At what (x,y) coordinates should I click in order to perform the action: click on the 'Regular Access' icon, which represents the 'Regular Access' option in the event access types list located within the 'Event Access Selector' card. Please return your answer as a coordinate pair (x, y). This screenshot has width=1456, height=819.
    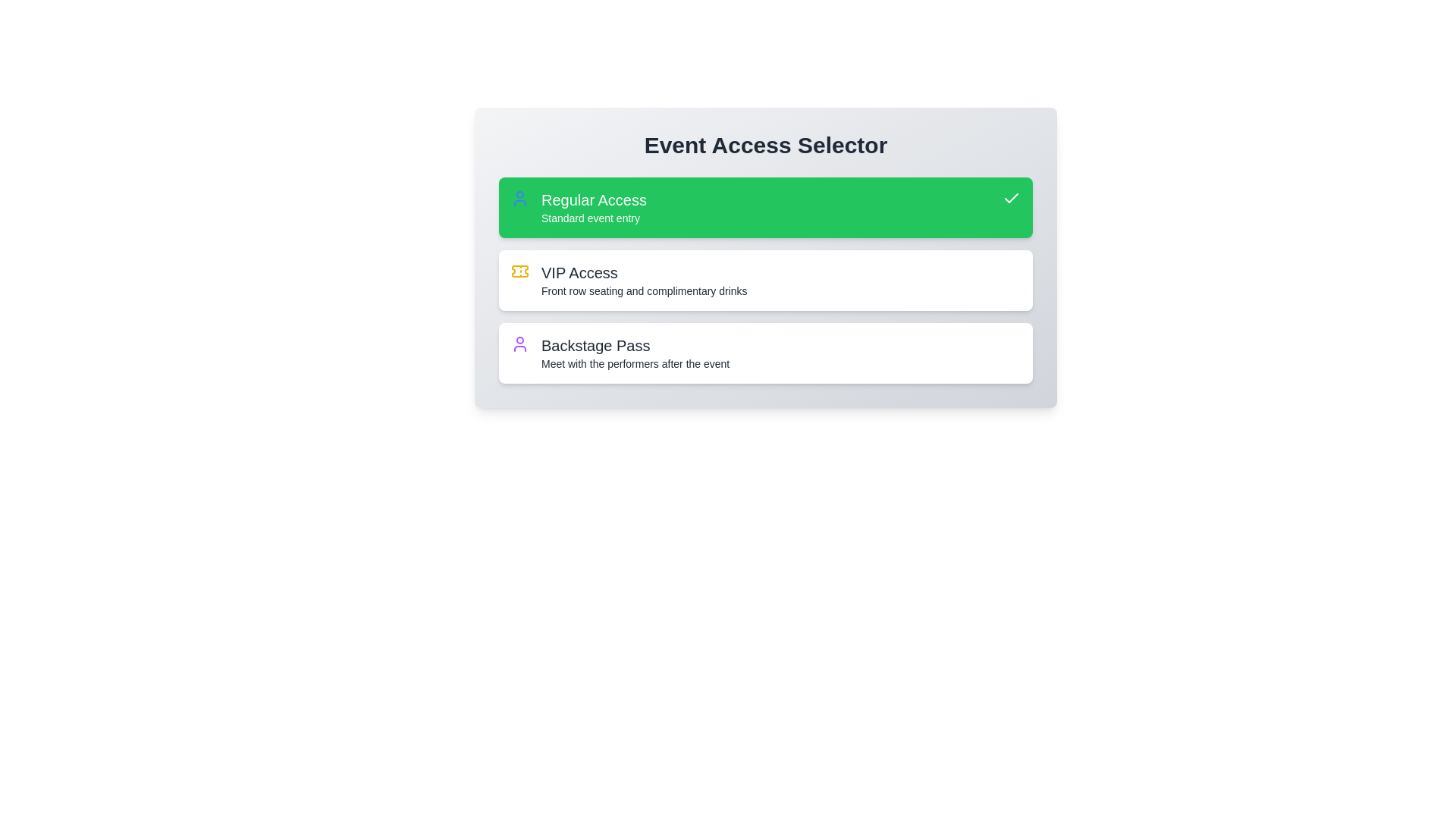
    Looking at the image, I should click on (520, 207).